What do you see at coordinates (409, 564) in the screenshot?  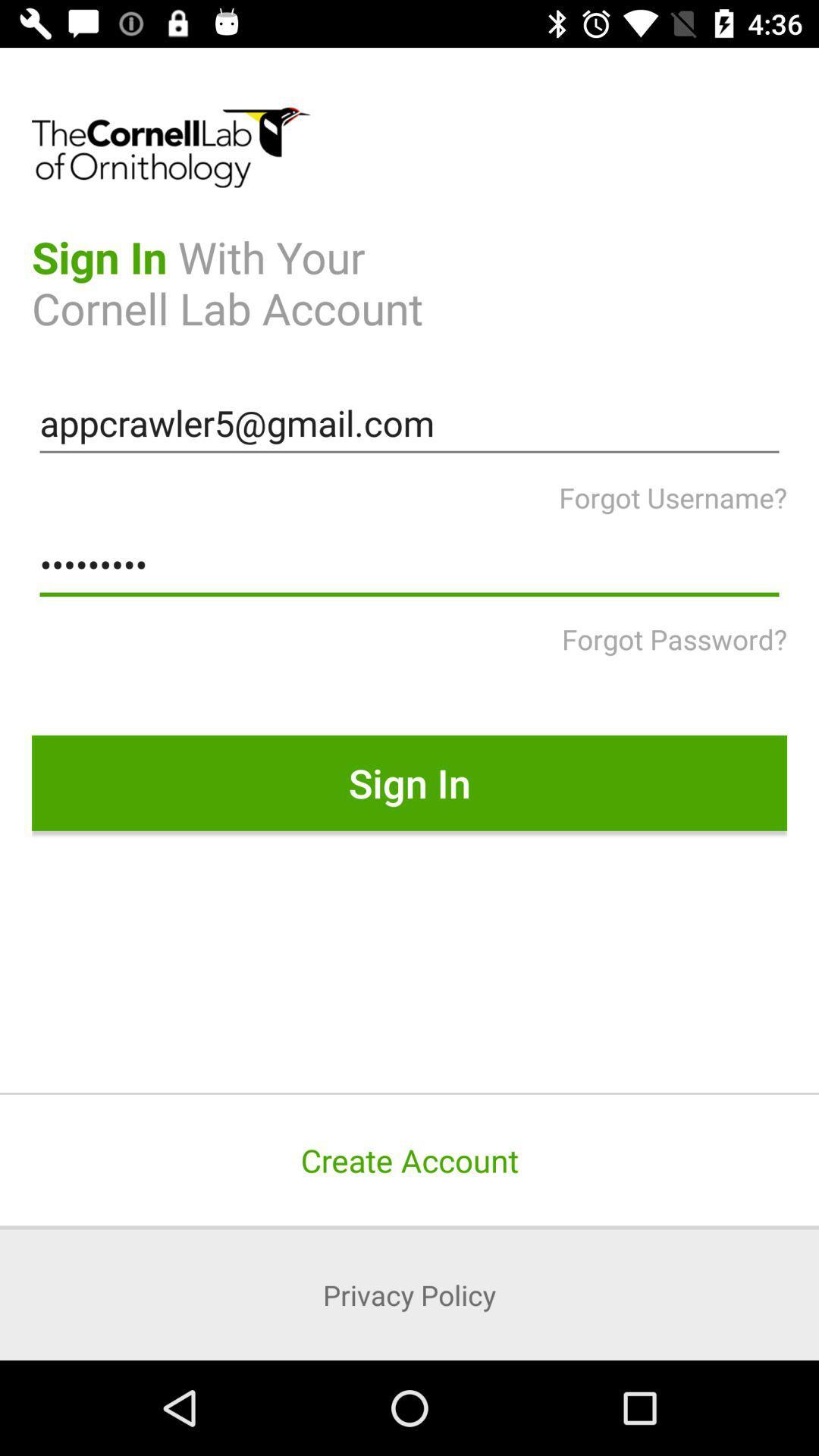 I see `item below the forgot username? icon` at bounding box center [409, 564].